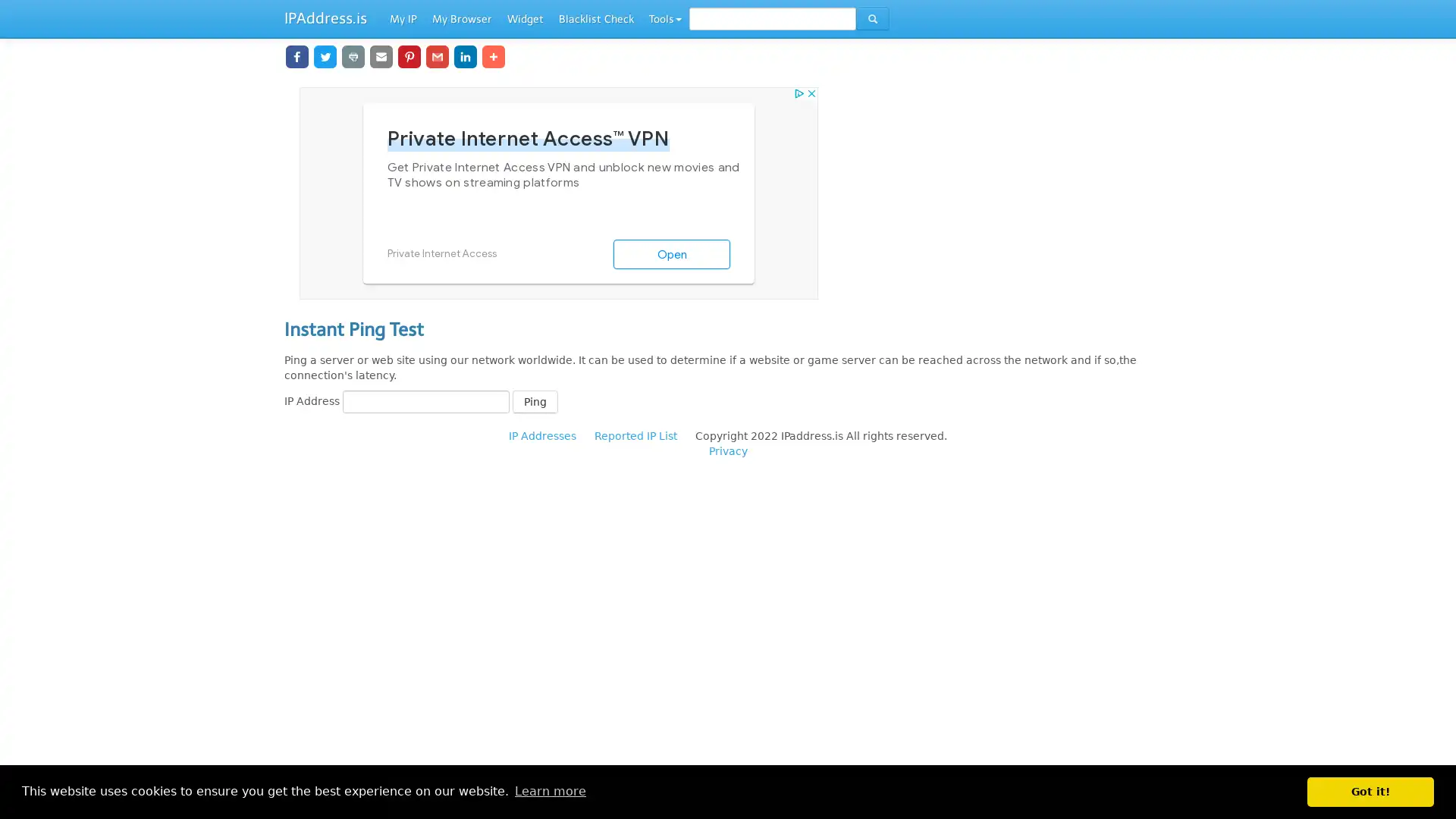  Describe the element at coordinates (1370, 791) in the screenshot. I see `dismiss cookie message` at that location.